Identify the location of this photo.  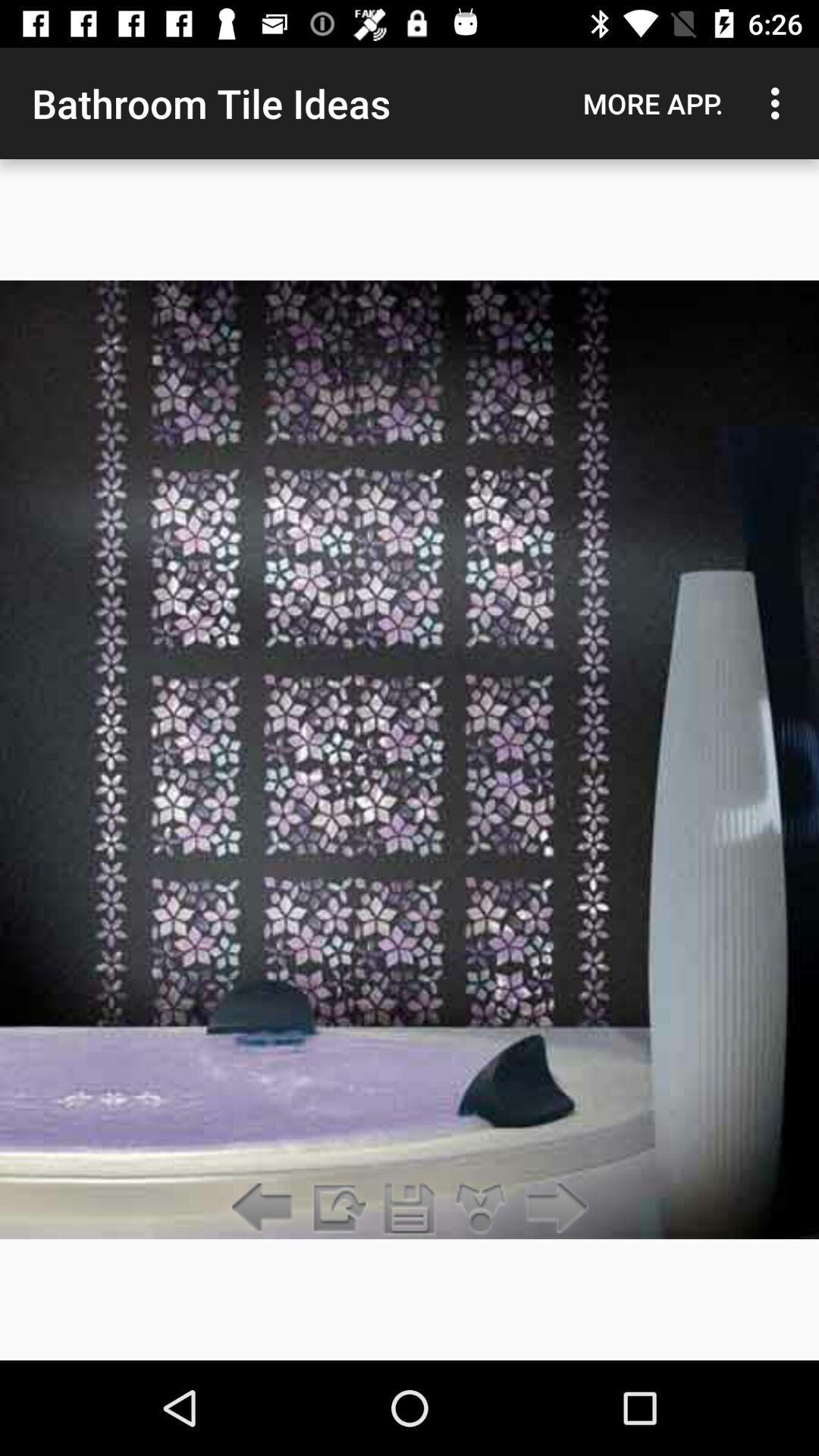
(409, 1208).